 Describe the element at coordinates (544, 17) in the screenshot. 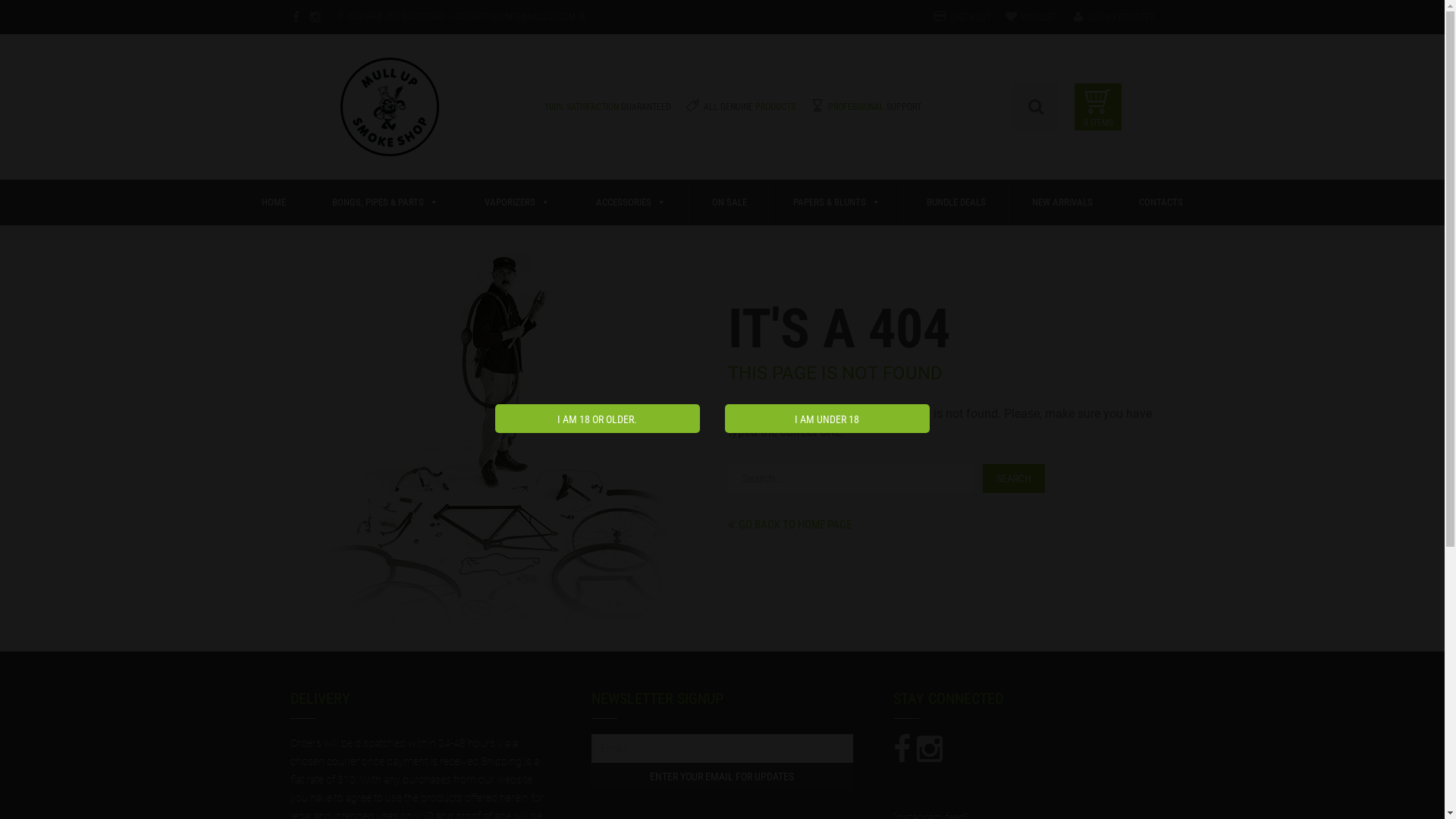

I see `'INFO@MULLUP.COM.AU'` at that location.